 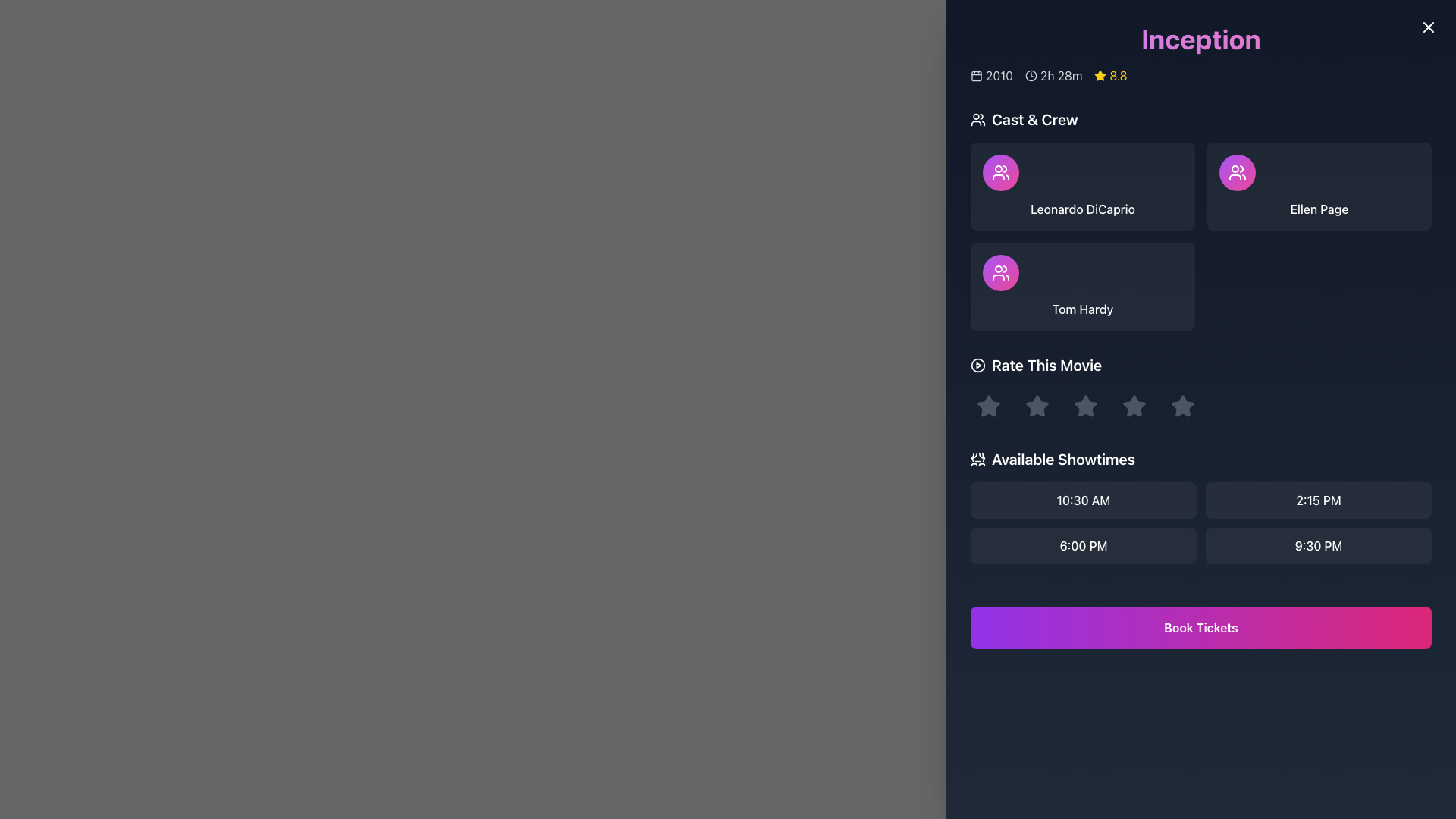 I want to click on the icon representing the cast member 'Ellen Page' in the 'Cast & Crew' section, so click(x=1238, y=171).